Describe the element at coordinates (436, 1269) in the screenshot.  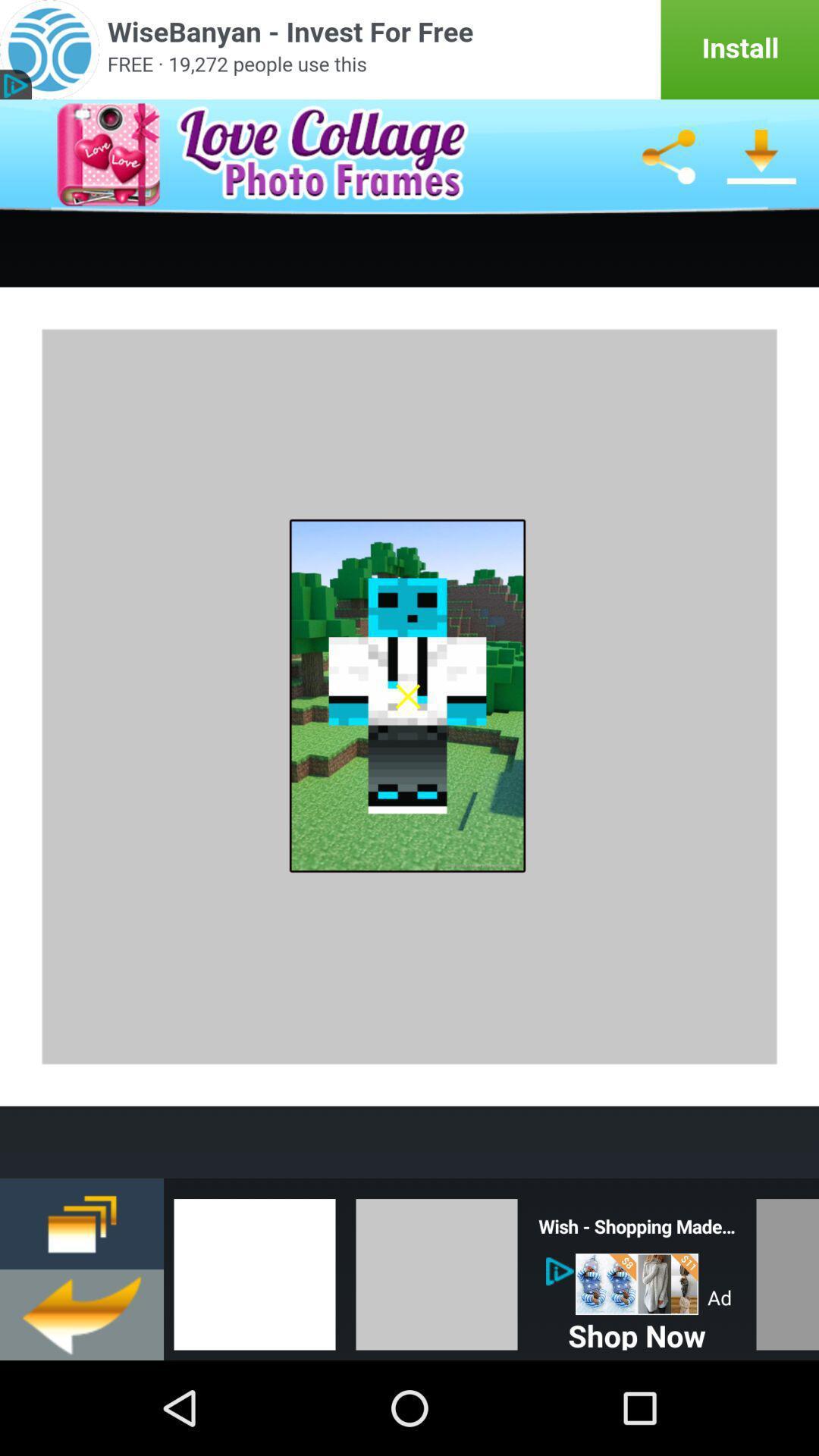
I see `place yellow block` at that location.